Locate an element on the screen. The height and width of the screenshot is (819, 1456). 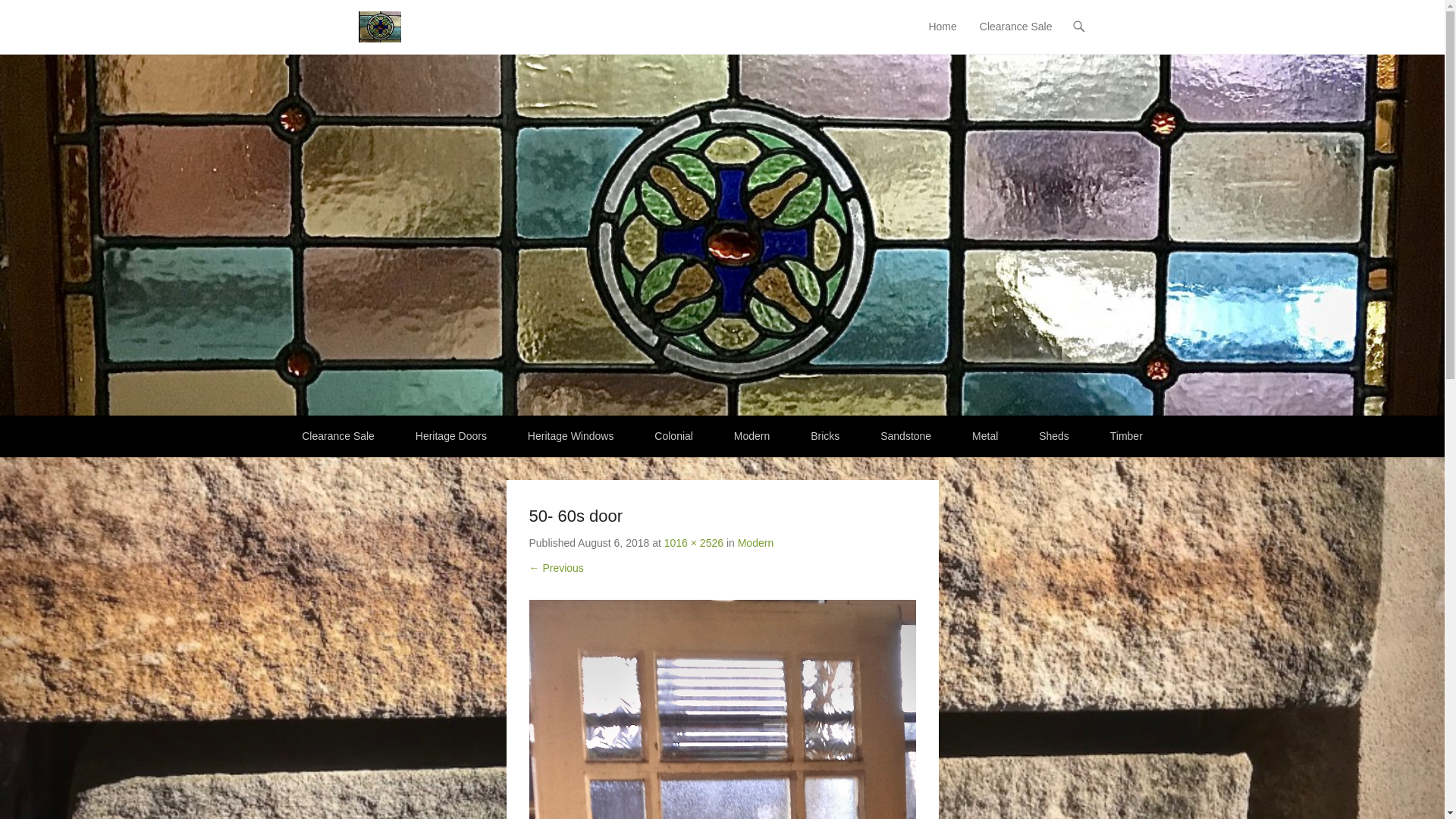
'Heritage Windows' is located at coordinates (509, 436).